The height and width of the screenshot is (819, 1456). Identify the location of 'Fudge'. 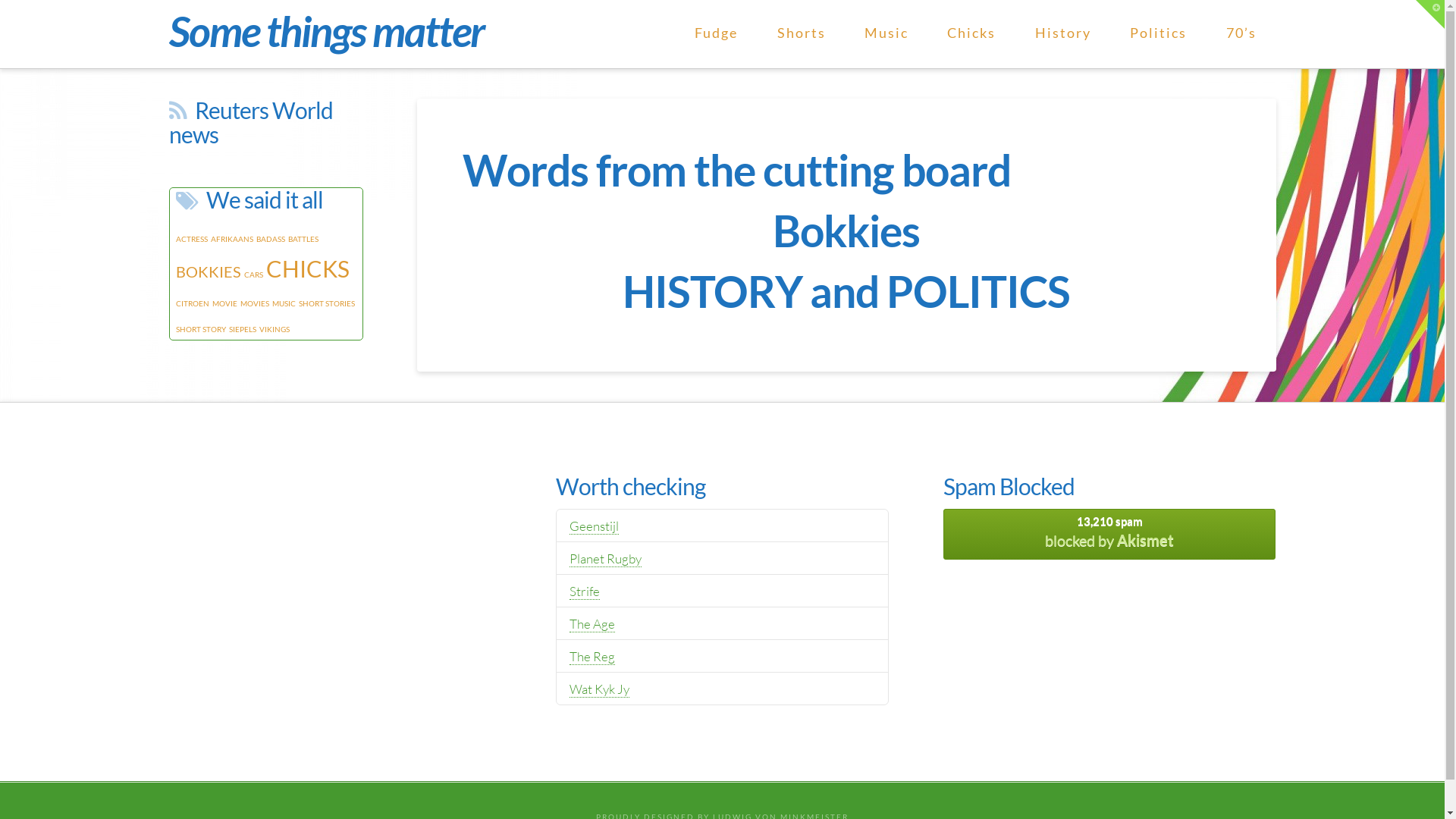
(715, 34).